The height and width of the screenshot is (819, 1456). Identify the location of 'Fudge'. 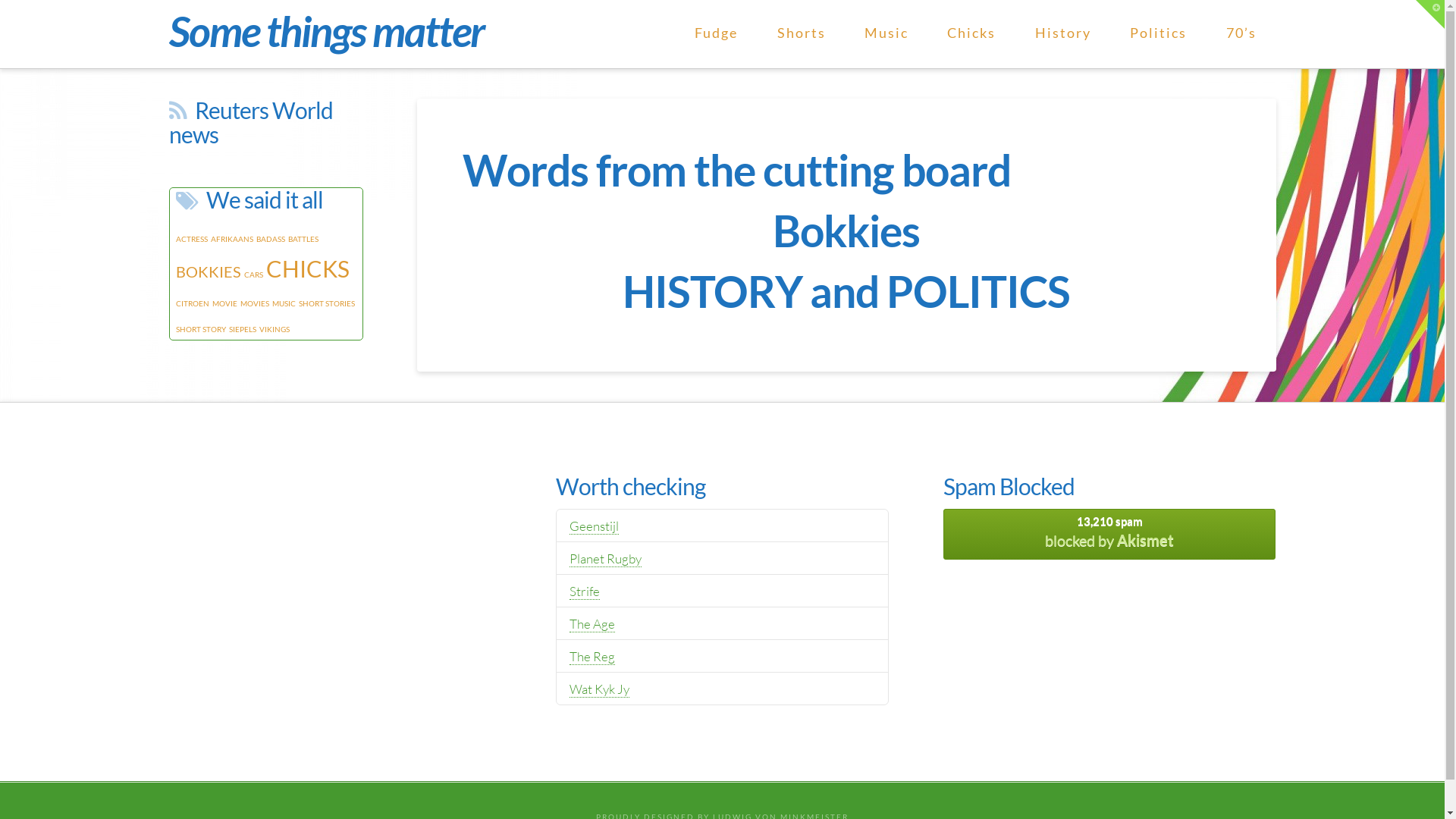
(715, 34).